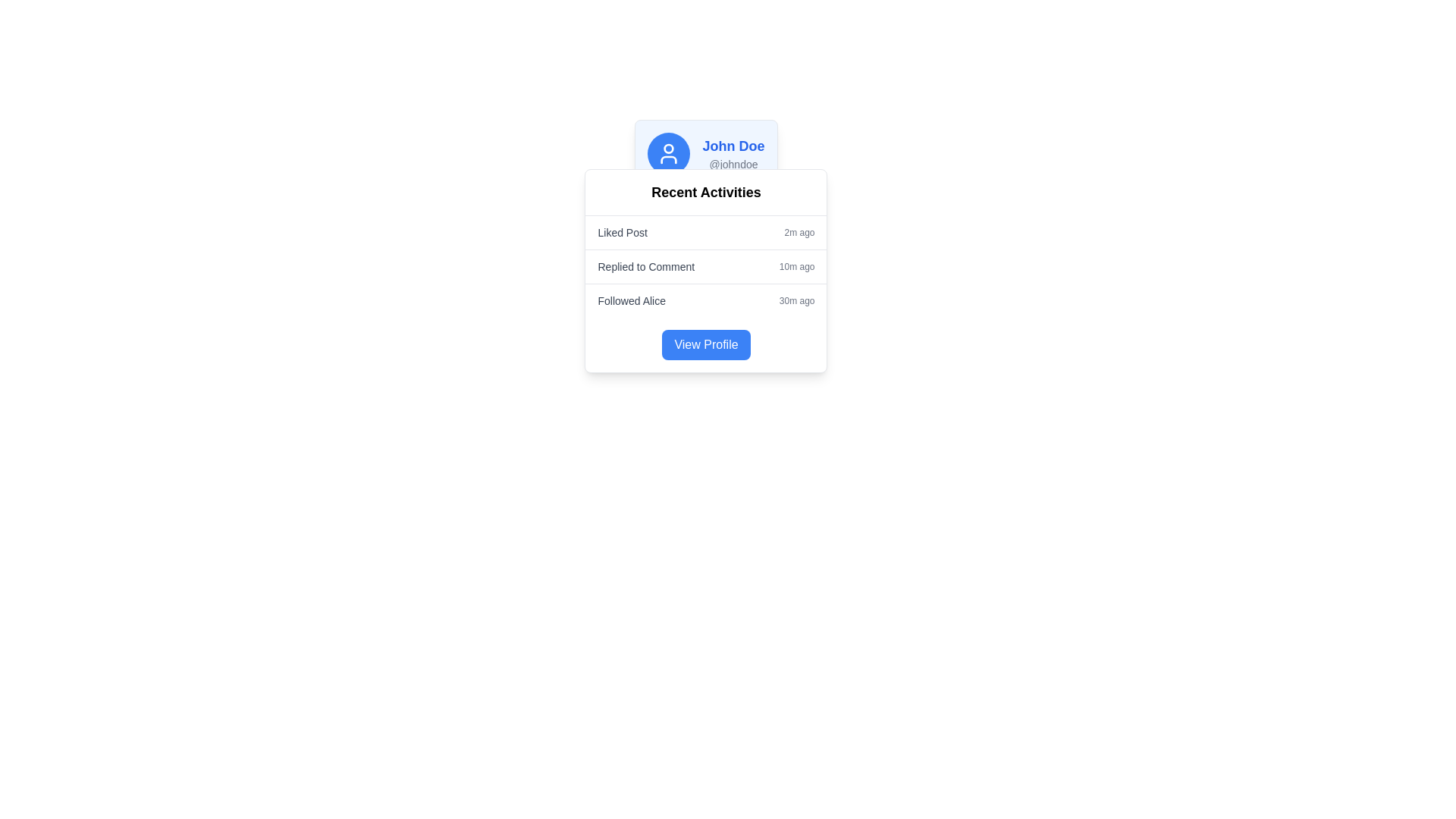  I want to click on the button at the bottom of the 'Recent Activities' card, so click(705, 345).